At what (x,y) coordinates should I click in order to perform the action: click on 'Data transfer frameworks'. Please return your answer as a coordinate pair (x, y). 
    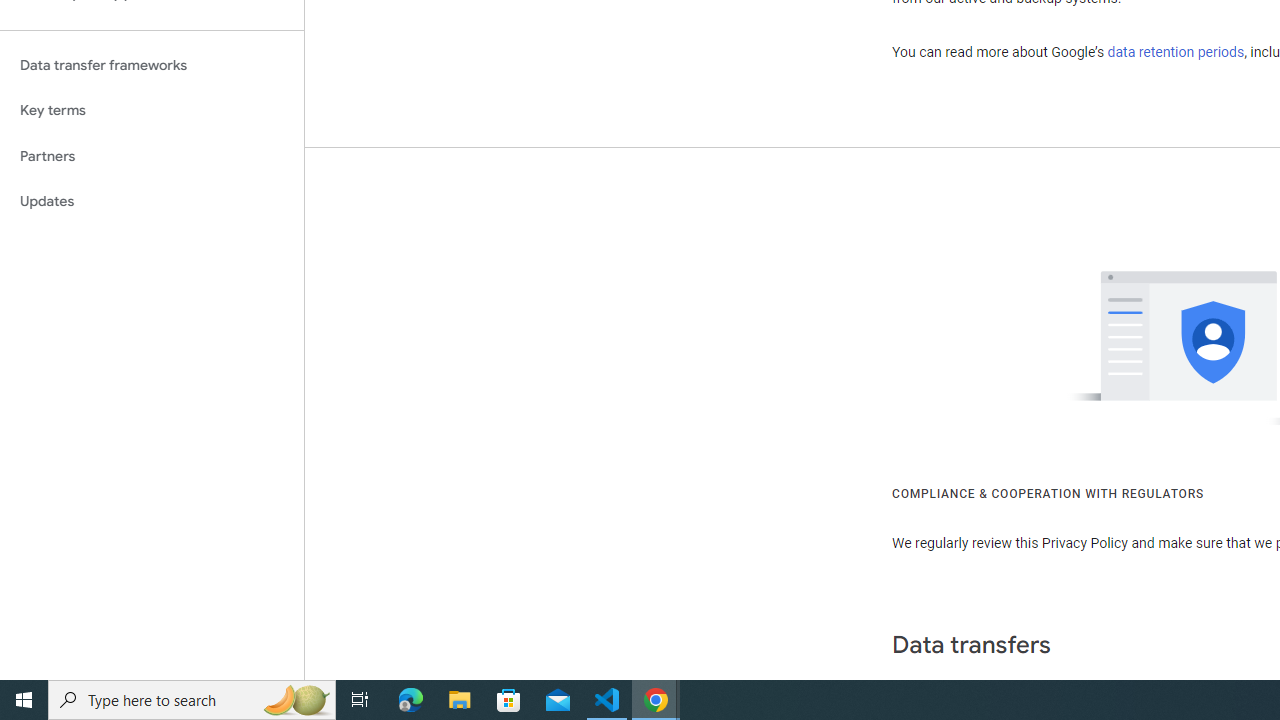
    Looking at the image, I should click on (151, 64).